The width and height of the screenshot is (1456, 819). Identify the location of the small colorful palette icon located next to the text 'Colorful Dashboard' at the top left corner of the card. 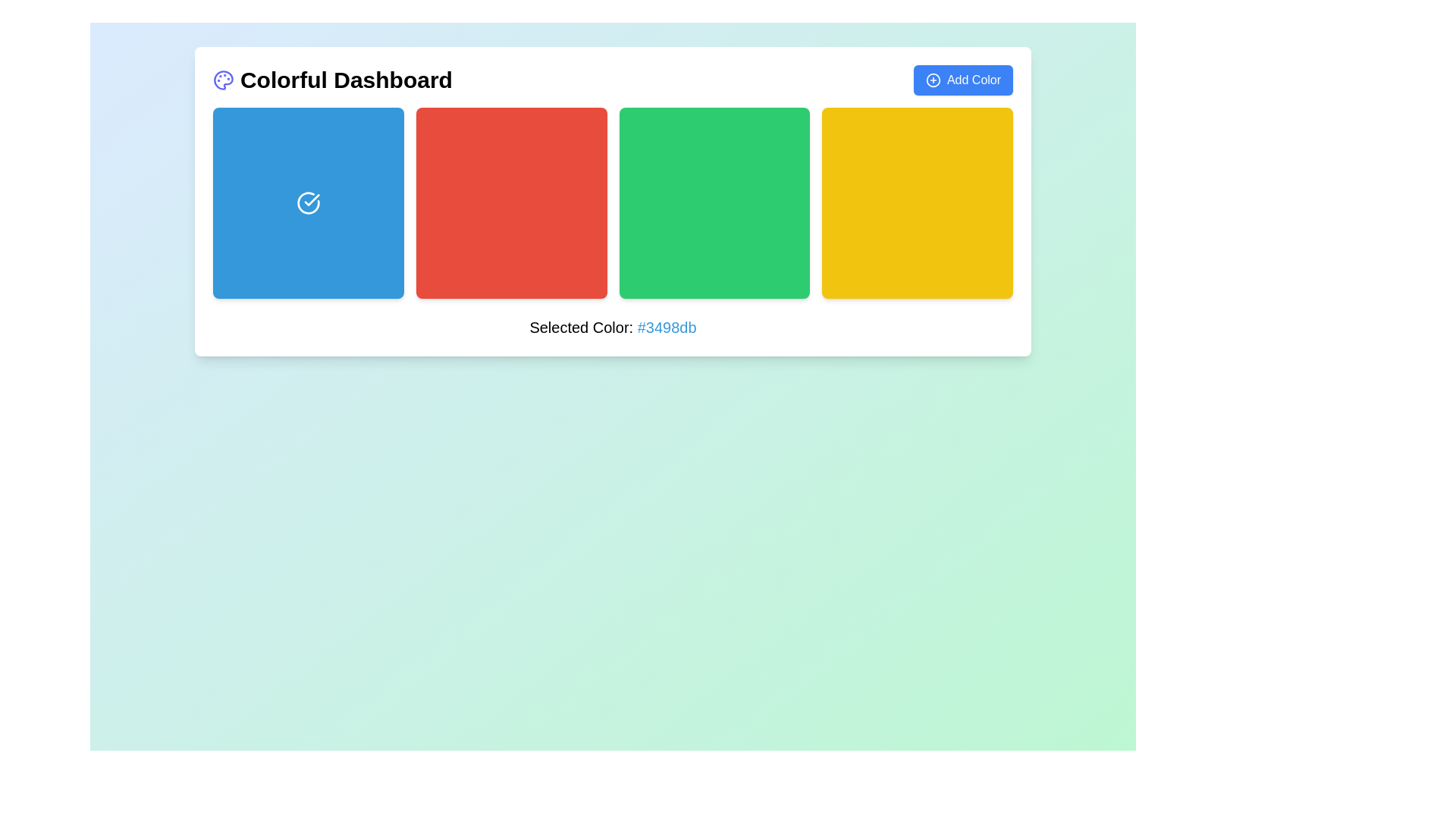
(222, 80).